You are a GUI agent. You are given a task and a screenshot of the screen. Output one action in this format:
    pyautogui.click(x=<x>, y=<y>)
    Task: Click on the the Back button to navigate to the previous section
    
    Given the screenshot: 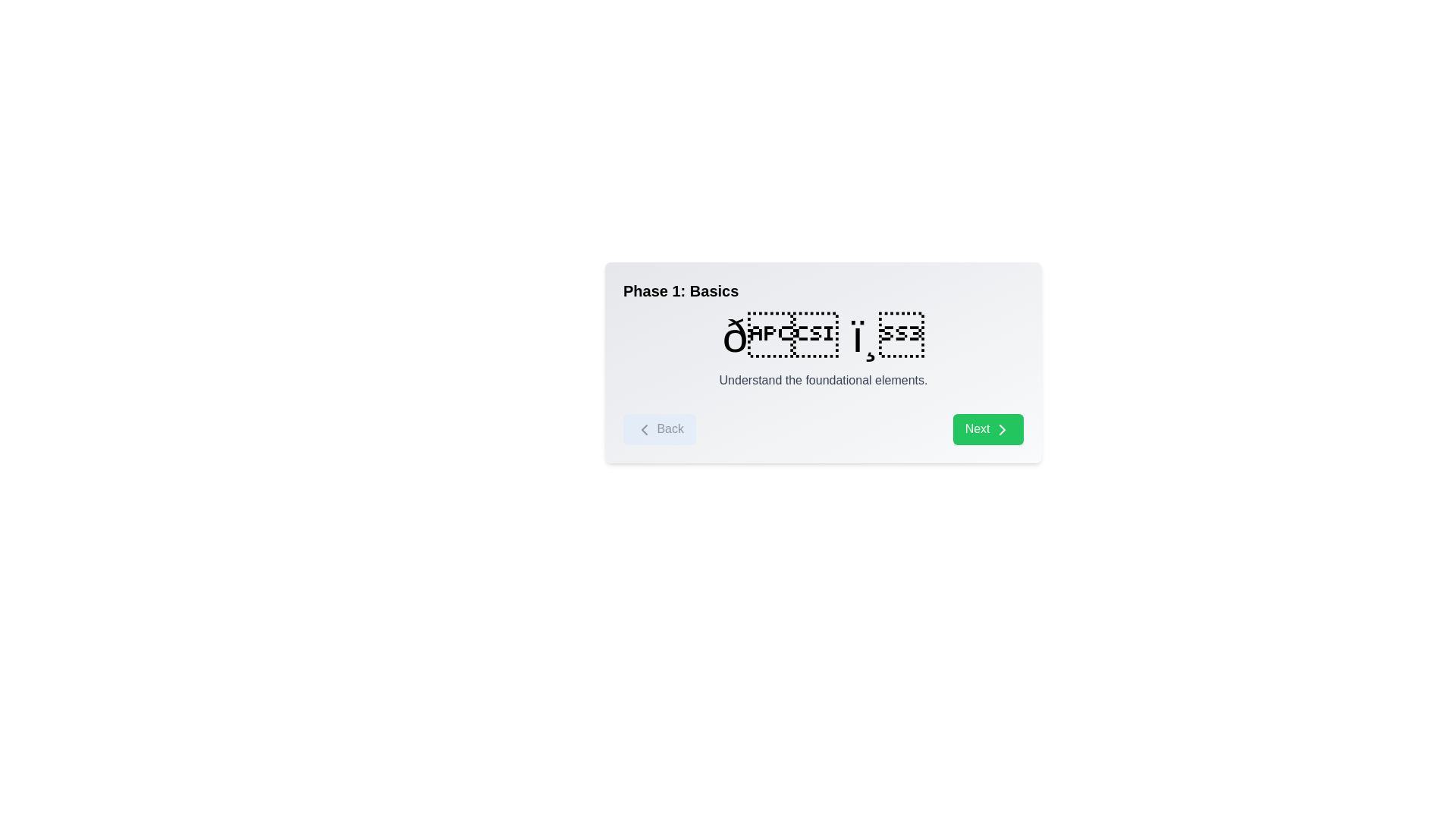 What is the action you would take?
    pyautogui.click(x=659, y=429)
    